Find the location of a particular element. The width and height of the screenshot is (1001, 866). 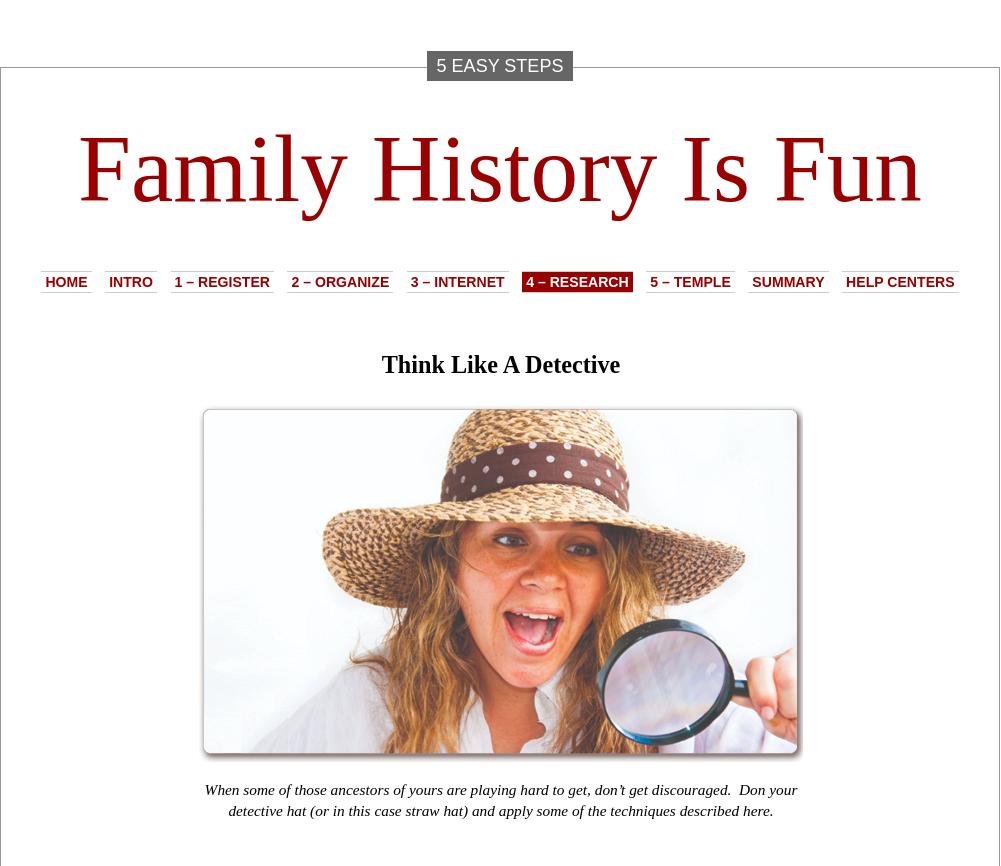

'5 Easy Steps' is located at coordinates (499, 65).